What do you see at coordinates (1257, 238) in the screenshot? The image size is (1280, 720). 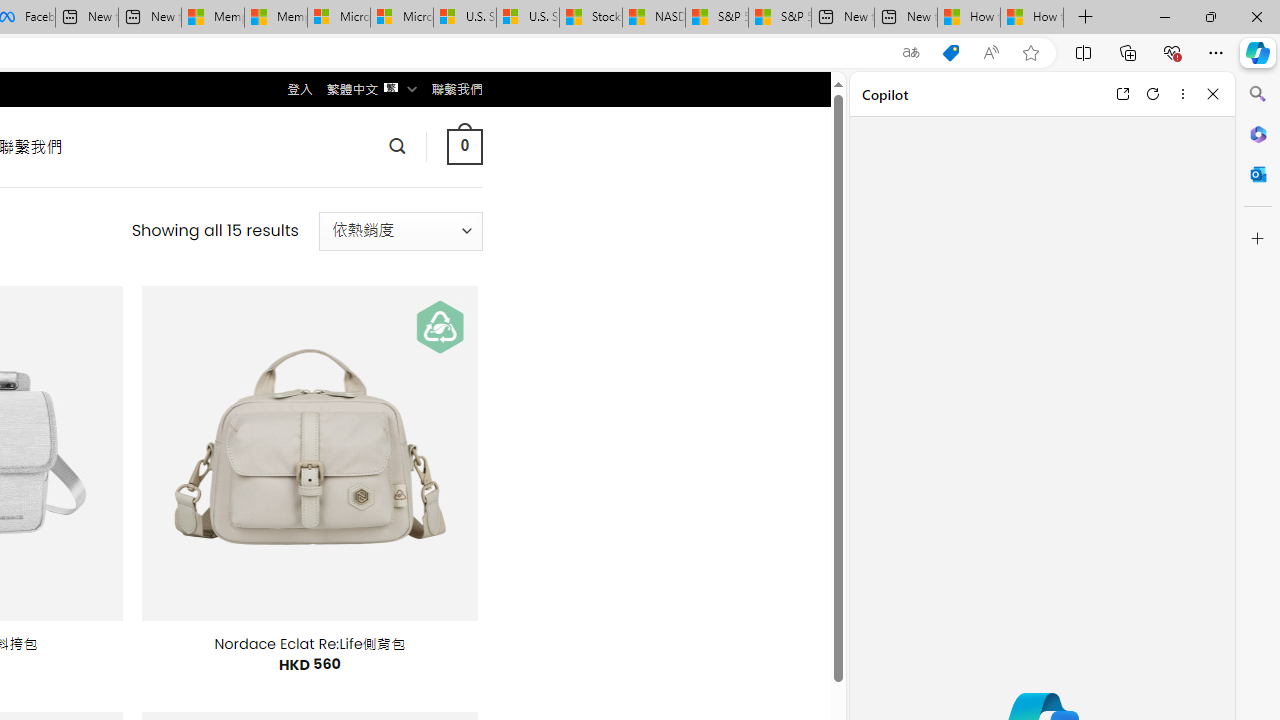 I see `'Customize'` at bounding box center [1257, 238].